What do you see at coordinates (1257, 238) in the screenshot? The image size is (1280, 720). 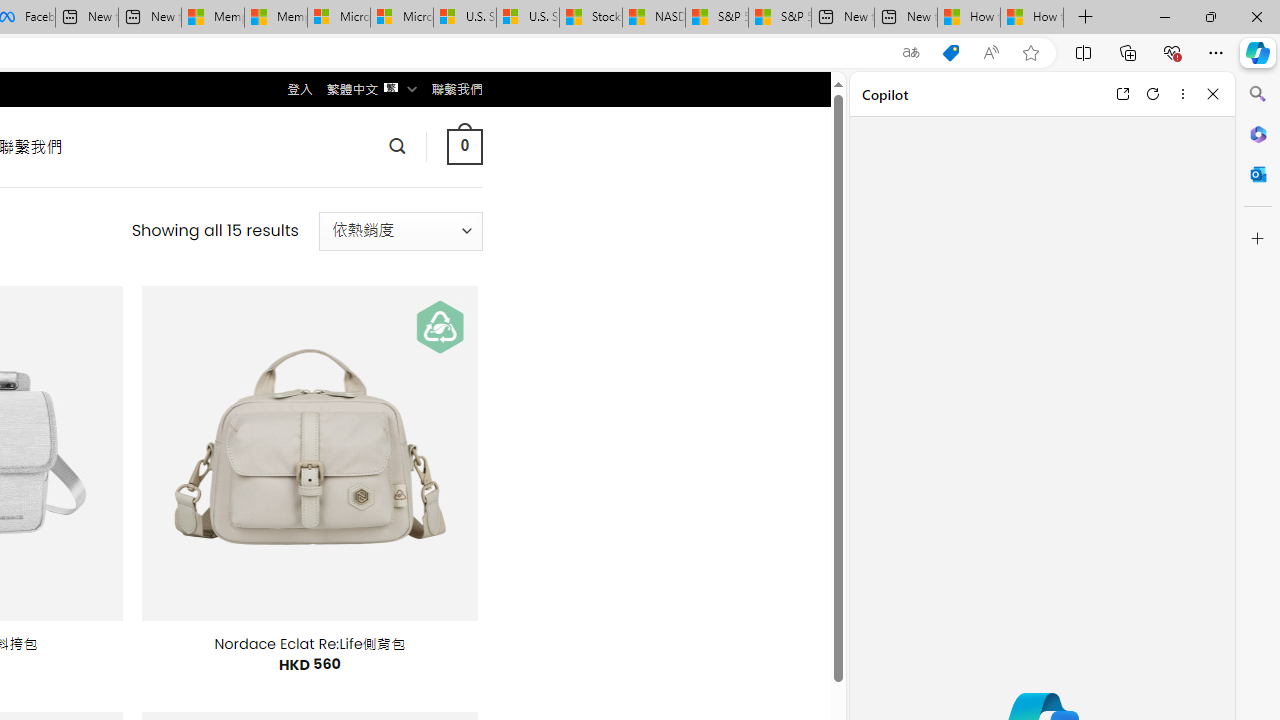 I see `'Customize'` at bounding box center [1257, 238].